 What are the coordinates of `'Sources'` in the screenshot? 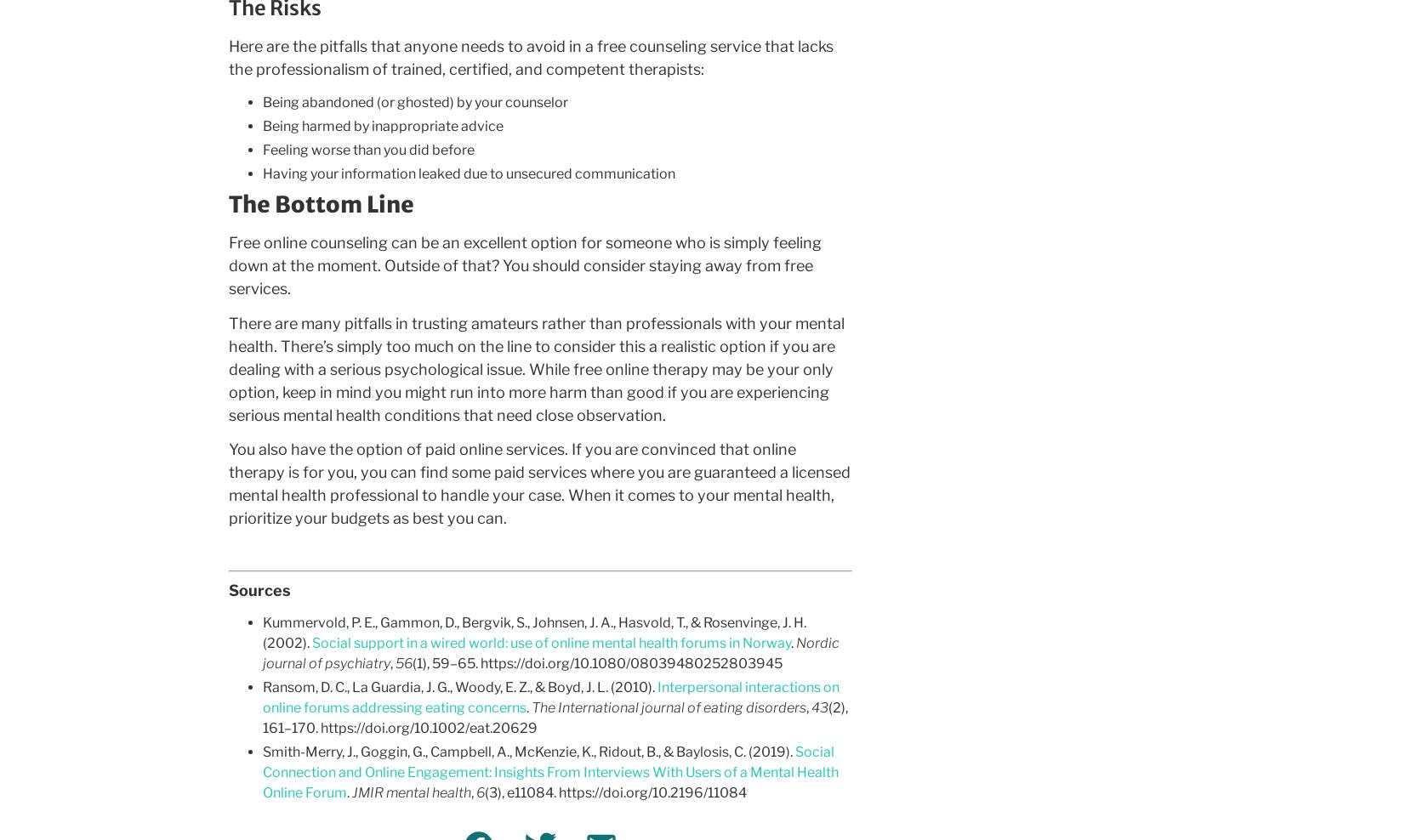 It's located at (258, 589).